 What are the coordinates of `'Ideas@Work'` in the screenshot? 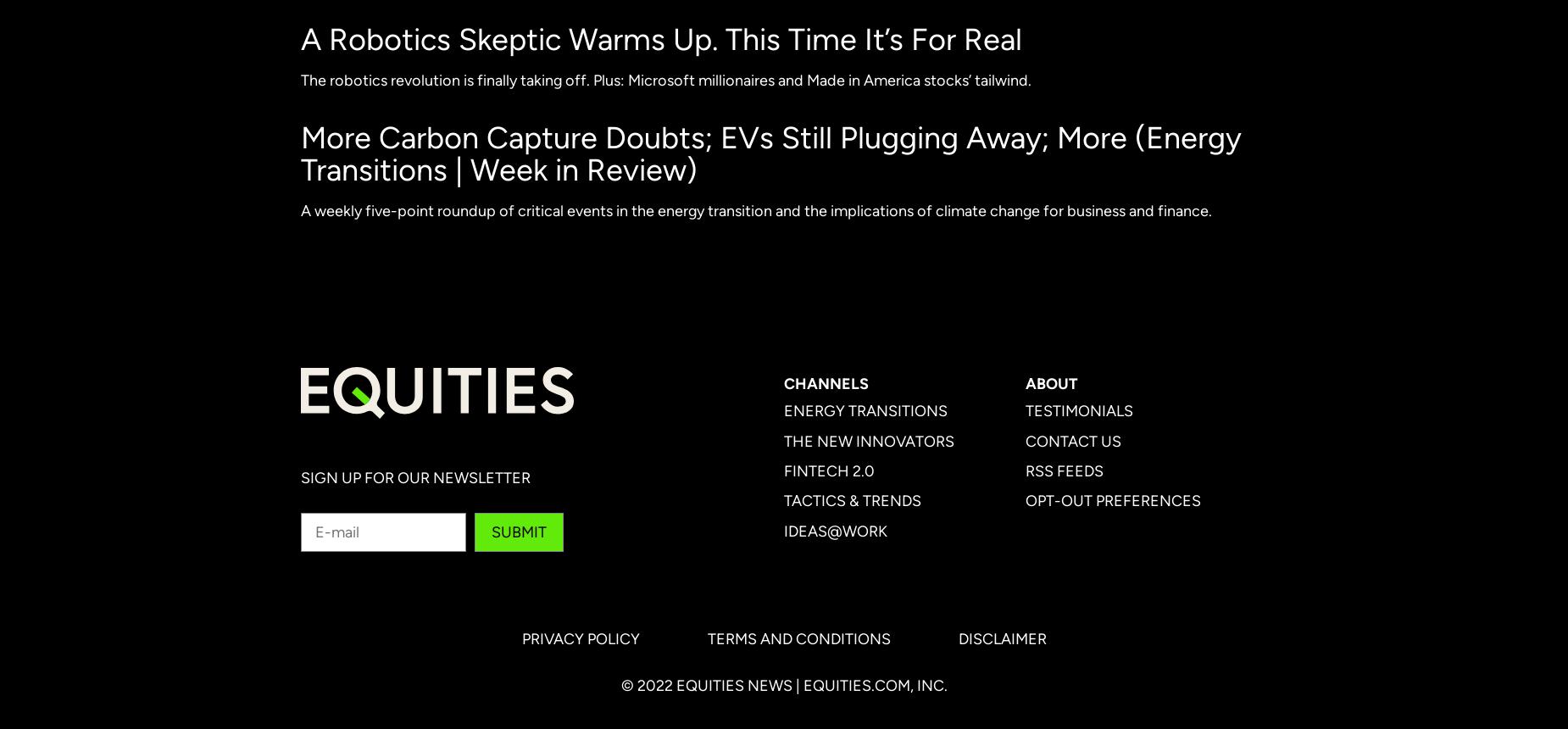 It's located at (835, 529).